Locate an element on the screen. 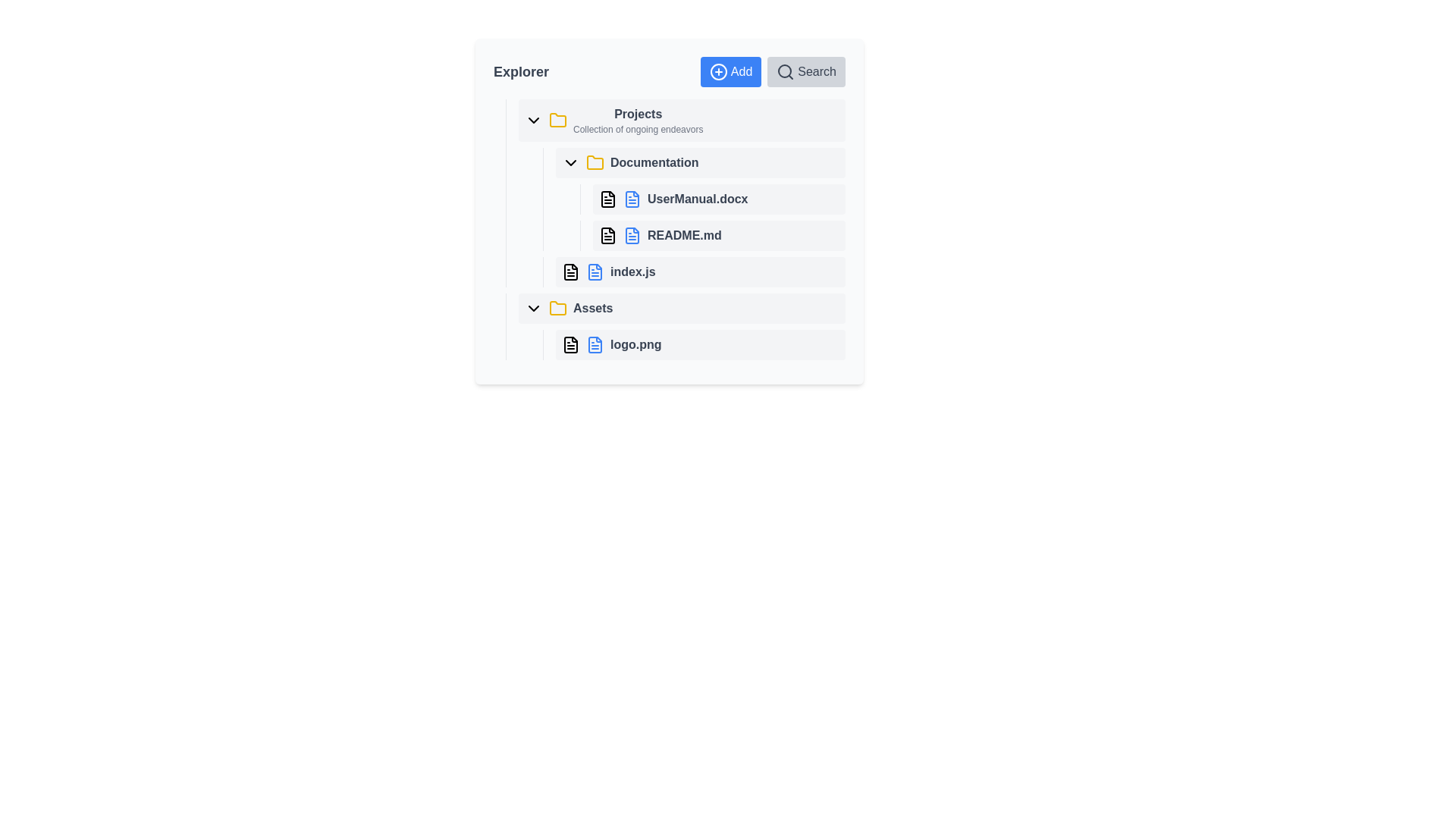 The width and height of the screenshot is (1456, 819). the downward-pointing arrow icon for the dropdown menu is located at coordinates (570, 163).